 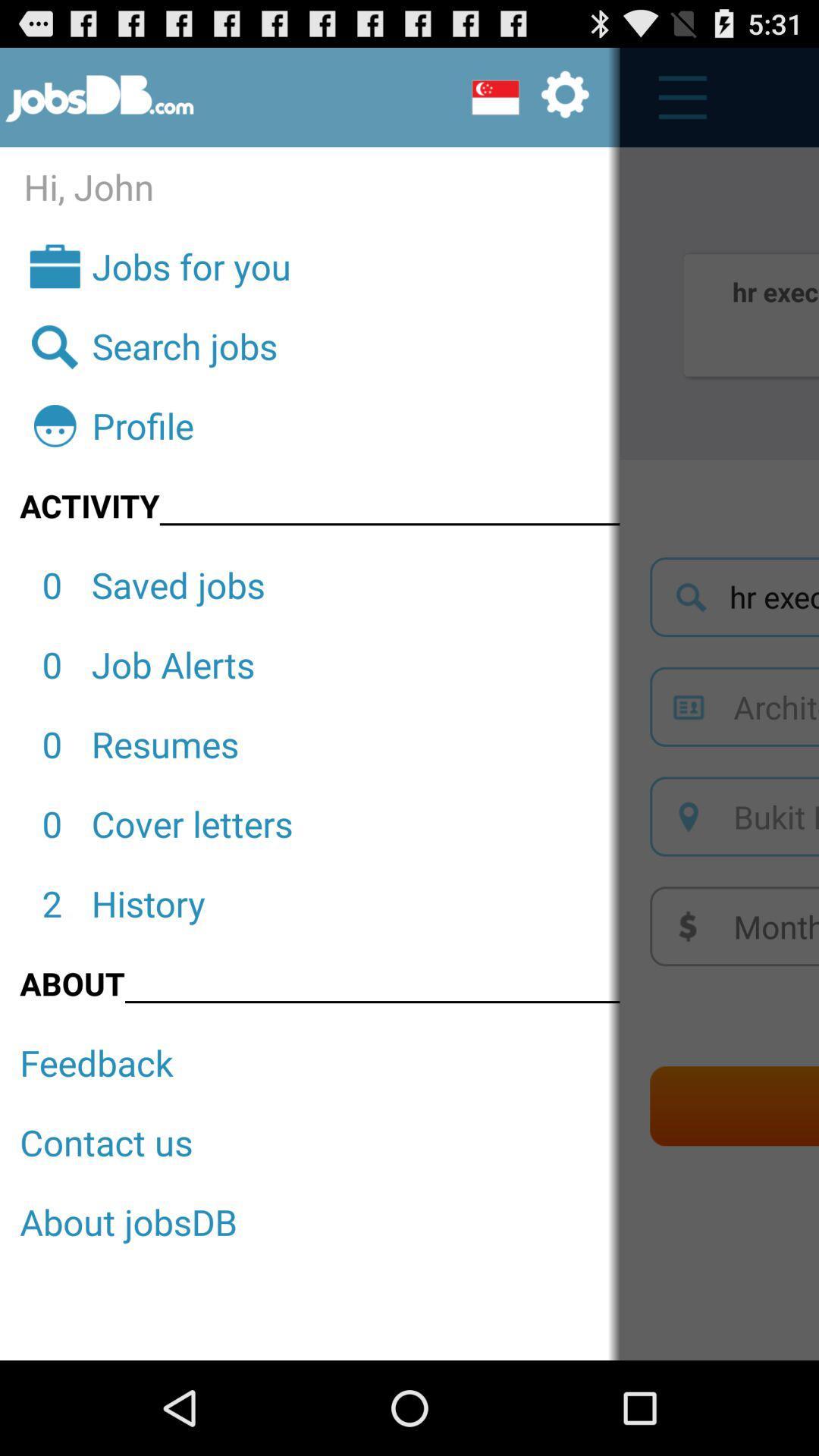 I want to click on the menu icon, so click(x=673, y=104).